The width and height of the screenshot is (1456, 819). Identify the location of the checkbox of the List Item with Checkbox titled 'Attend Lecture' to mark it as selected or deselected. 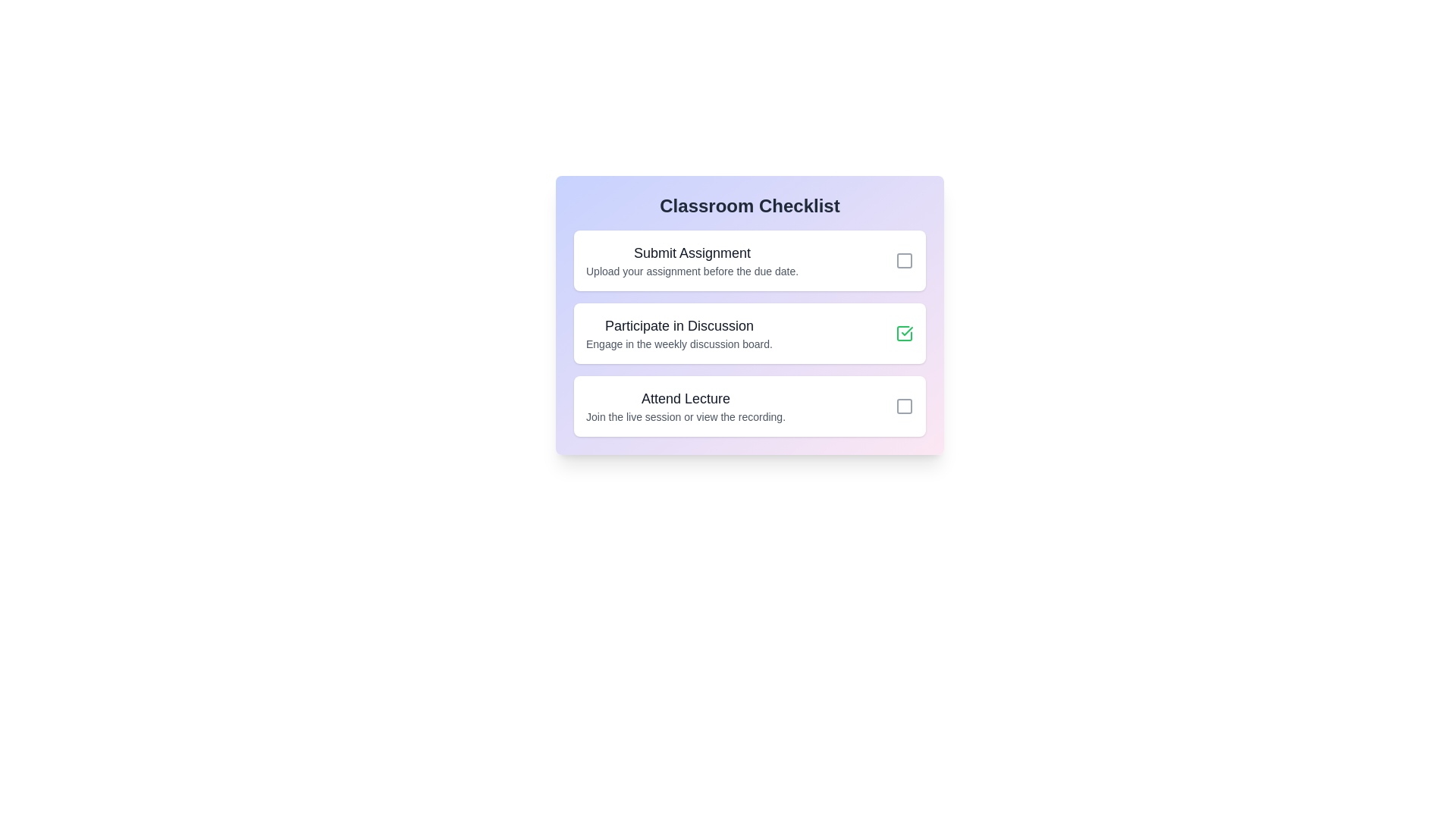
(749, 406).